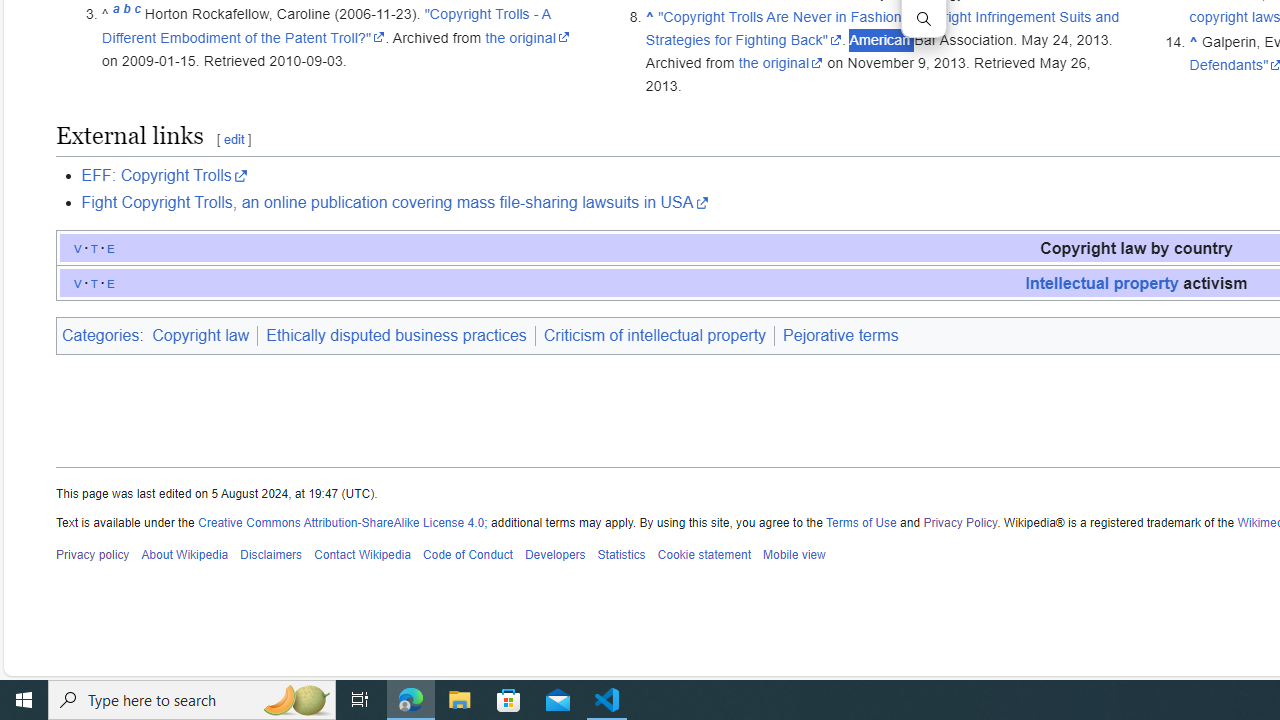 This screenshot has width=1280, height=720. I want to click on 'Creative Commons Attribution-ShareAlike License 4.0', so click(341, 521).